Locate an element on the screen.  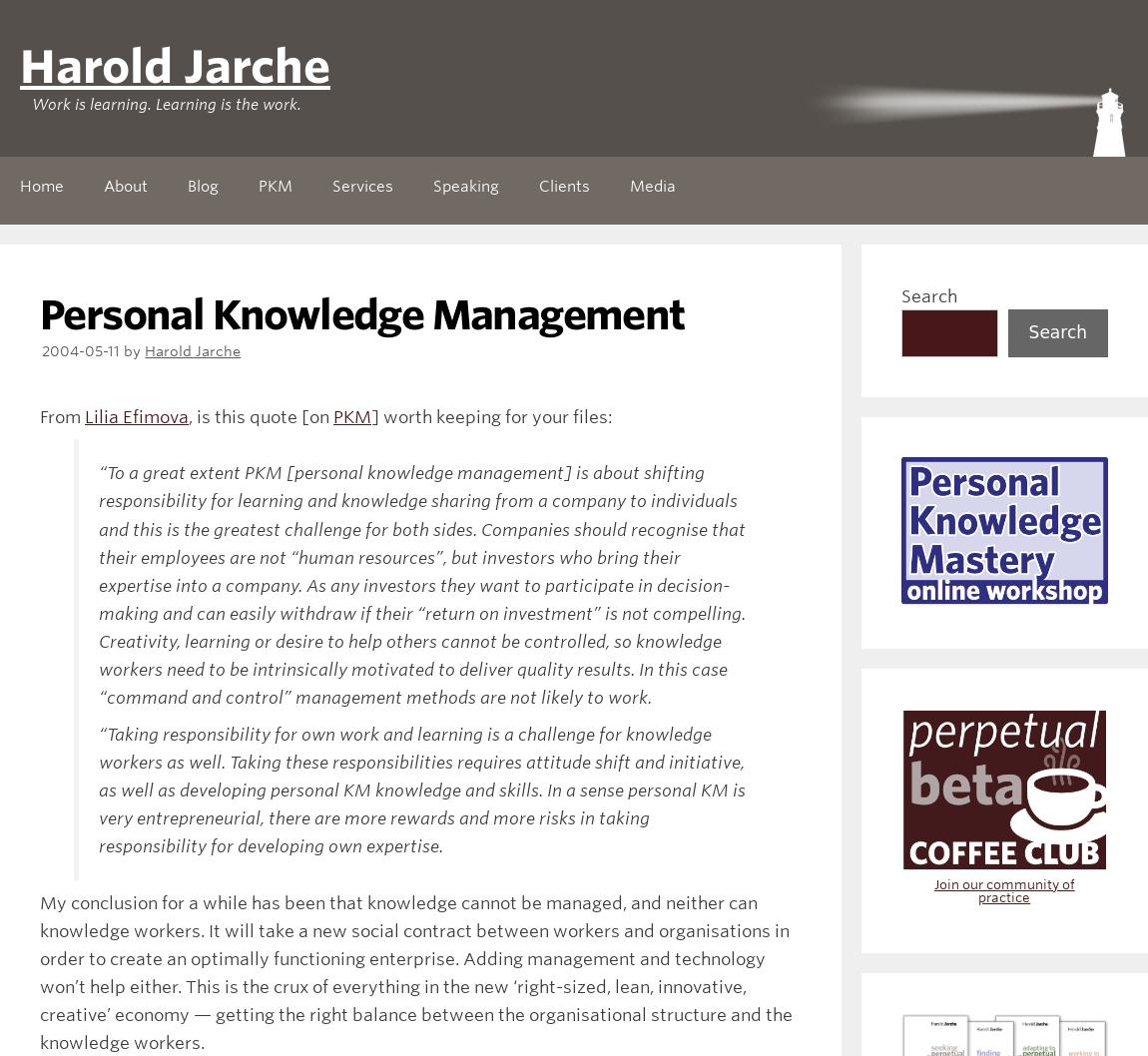
'My conclusion for a while has been that knowledge cannot be managed, and neither can knowledge workers. It will take a new social contract between workers and organisations in order to create an optimally functioning enterprise. Adding management and technology won’t help either. This is the crux of everything in the new ‘right-sized, lean, innovative, creative’ economy — getting the right balance between the organisational structure and the knowledge workers.' is located at coordinates (415, 971).